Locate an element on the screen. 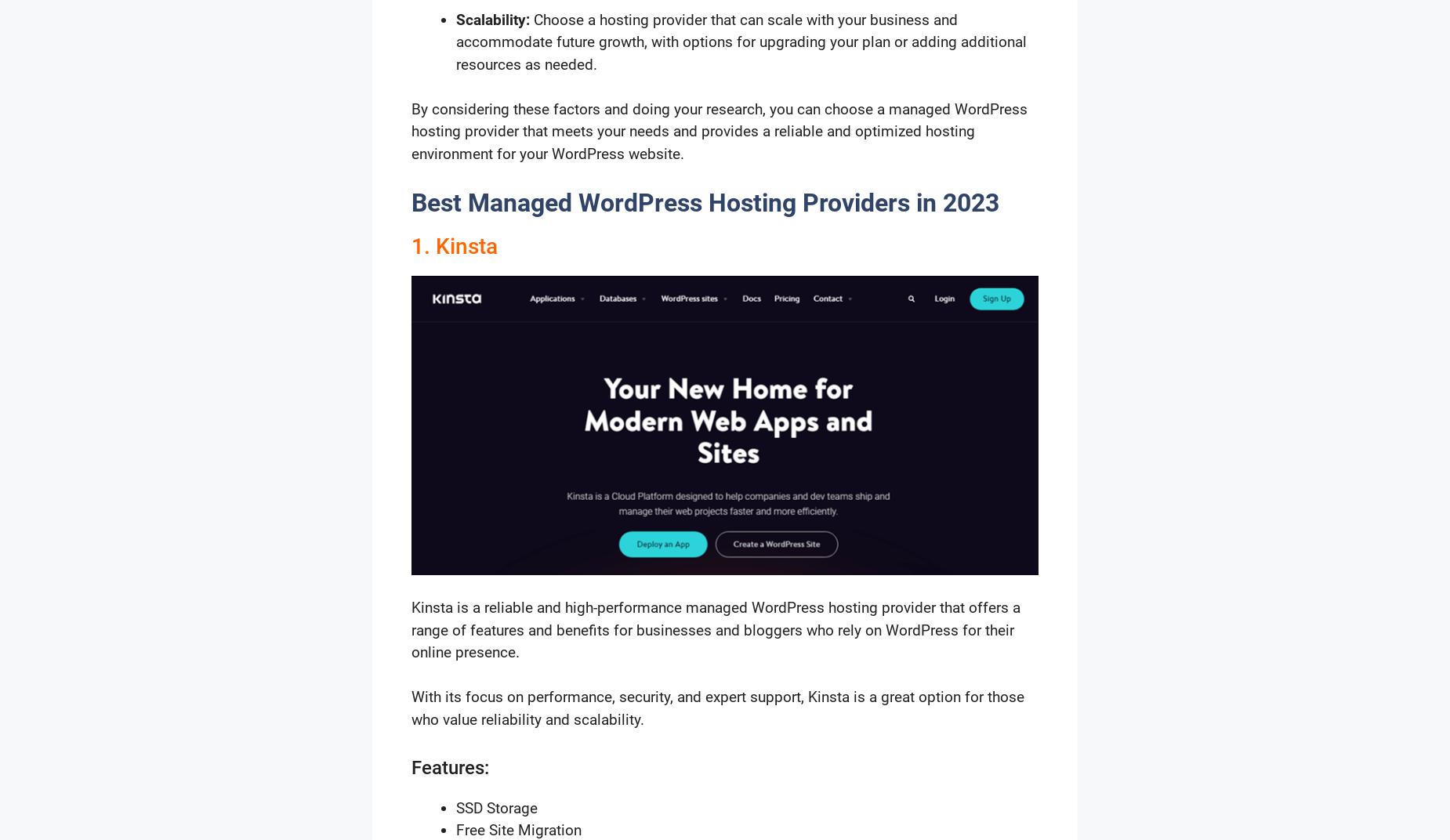 The image size is (1450, 840). 'Kinsta is a reliable and high-performance managed WordPress hosting provider that offers a range of features and benefits for businesses and bloggers who rely on WordPress for their online presence.' is located at coordinates (716, 630).